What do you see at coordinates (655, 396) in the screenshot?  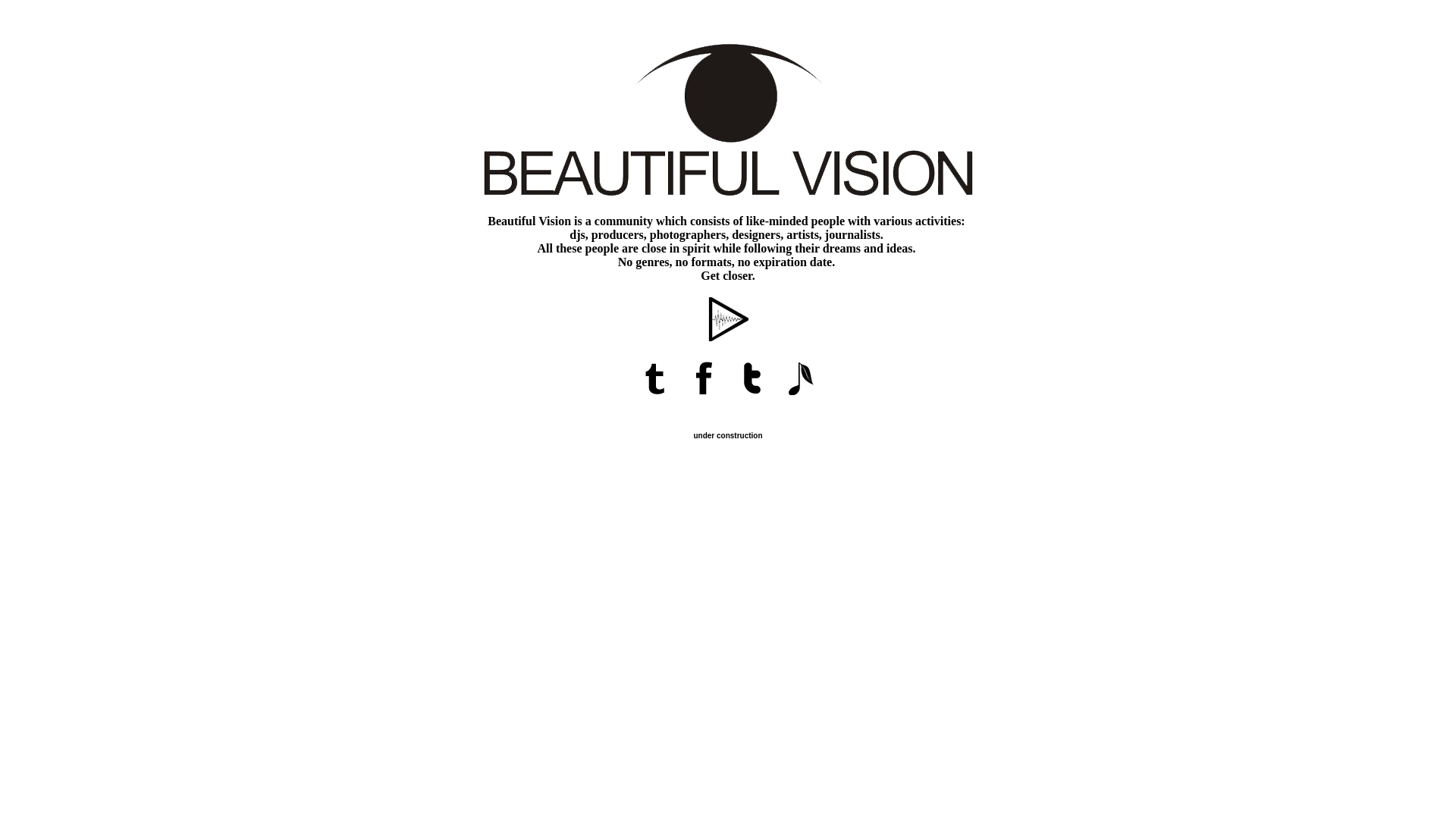 I see `'Beautiful Vision Magazine'` at bounding box center [655, 396].